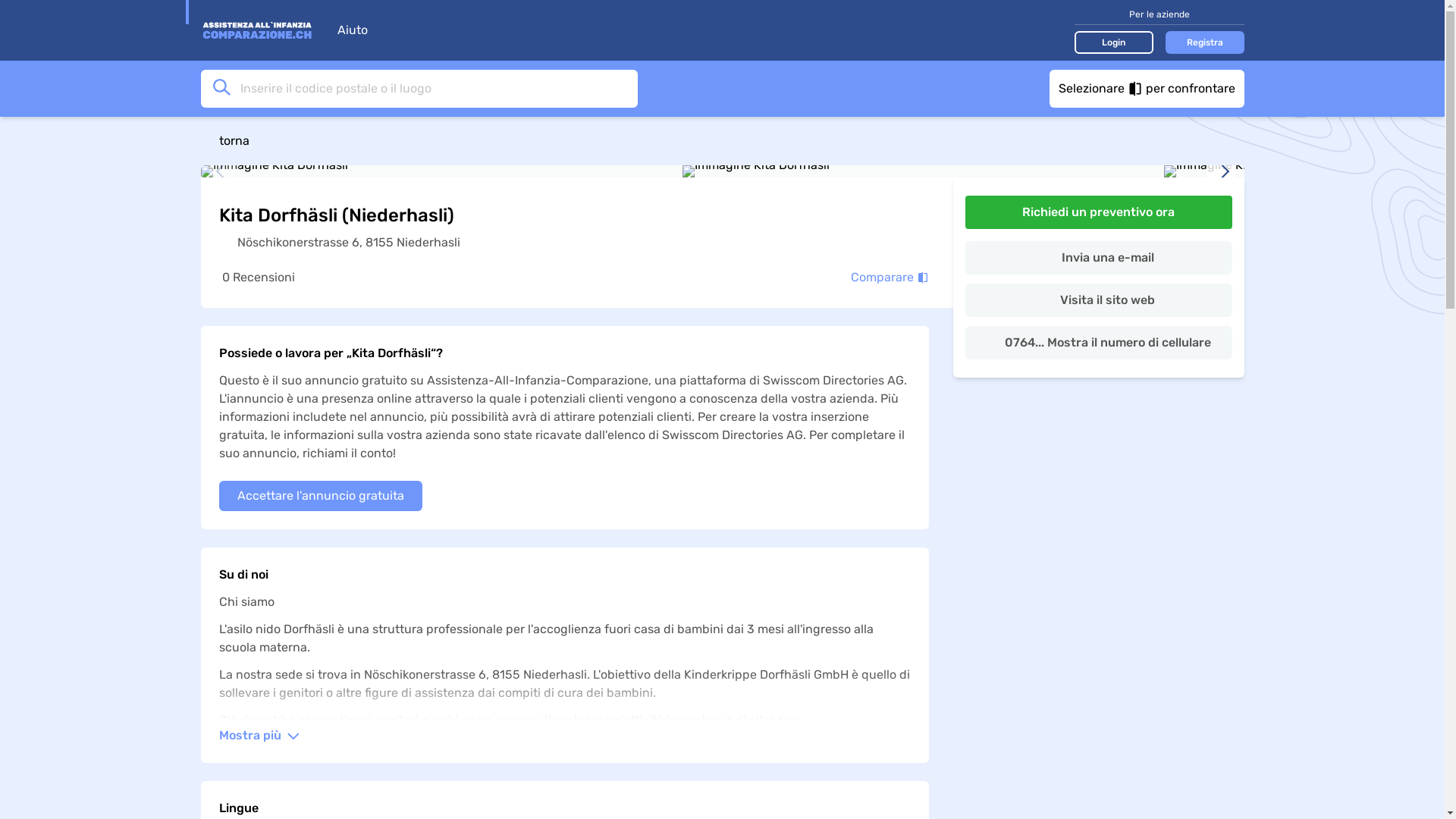 This screenshot has width=1456, height=819. What do you see at coordinates (1113, 40) in the screenshot?
I see `'Login'` at bounding box center [1113, 40].